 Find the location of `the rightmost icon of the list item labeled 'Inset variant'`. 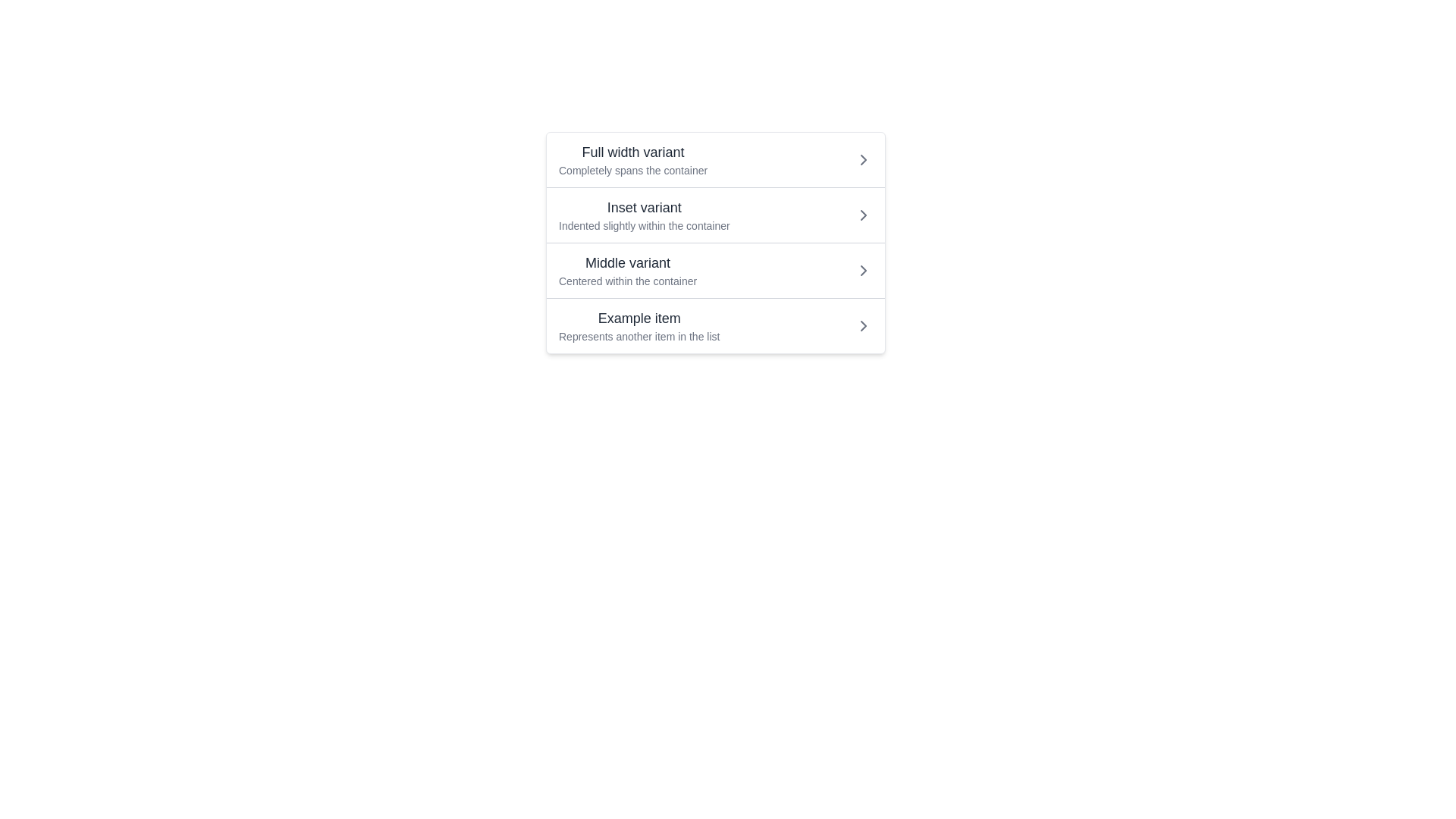

the rightmost icon of the list item labeled 'Inset variant' is located at coordinates (863, 215).